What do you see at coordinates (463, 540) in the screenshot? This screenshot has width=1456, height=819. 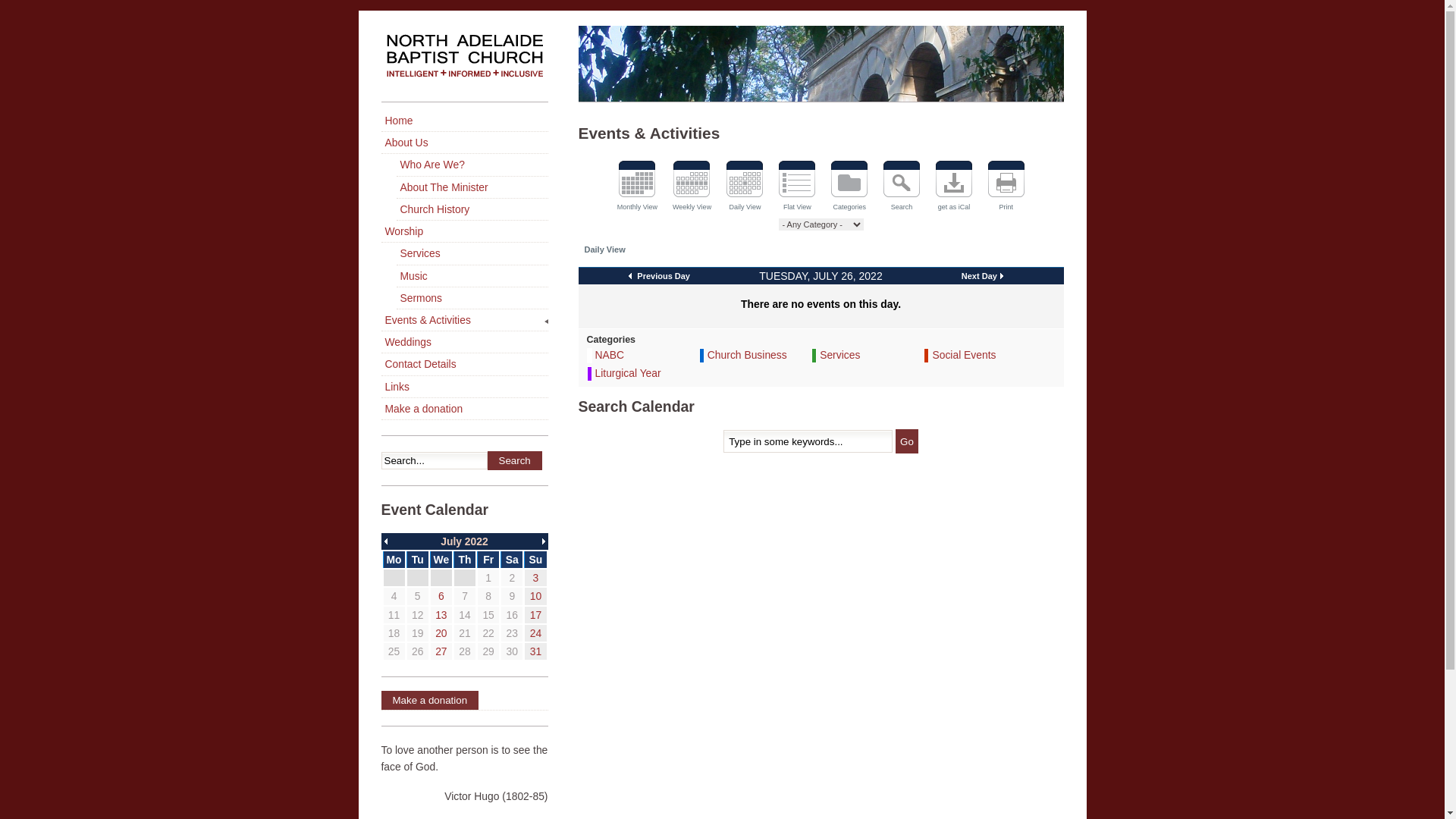 I see `'July 2022'` at bounding box center [463, 540].